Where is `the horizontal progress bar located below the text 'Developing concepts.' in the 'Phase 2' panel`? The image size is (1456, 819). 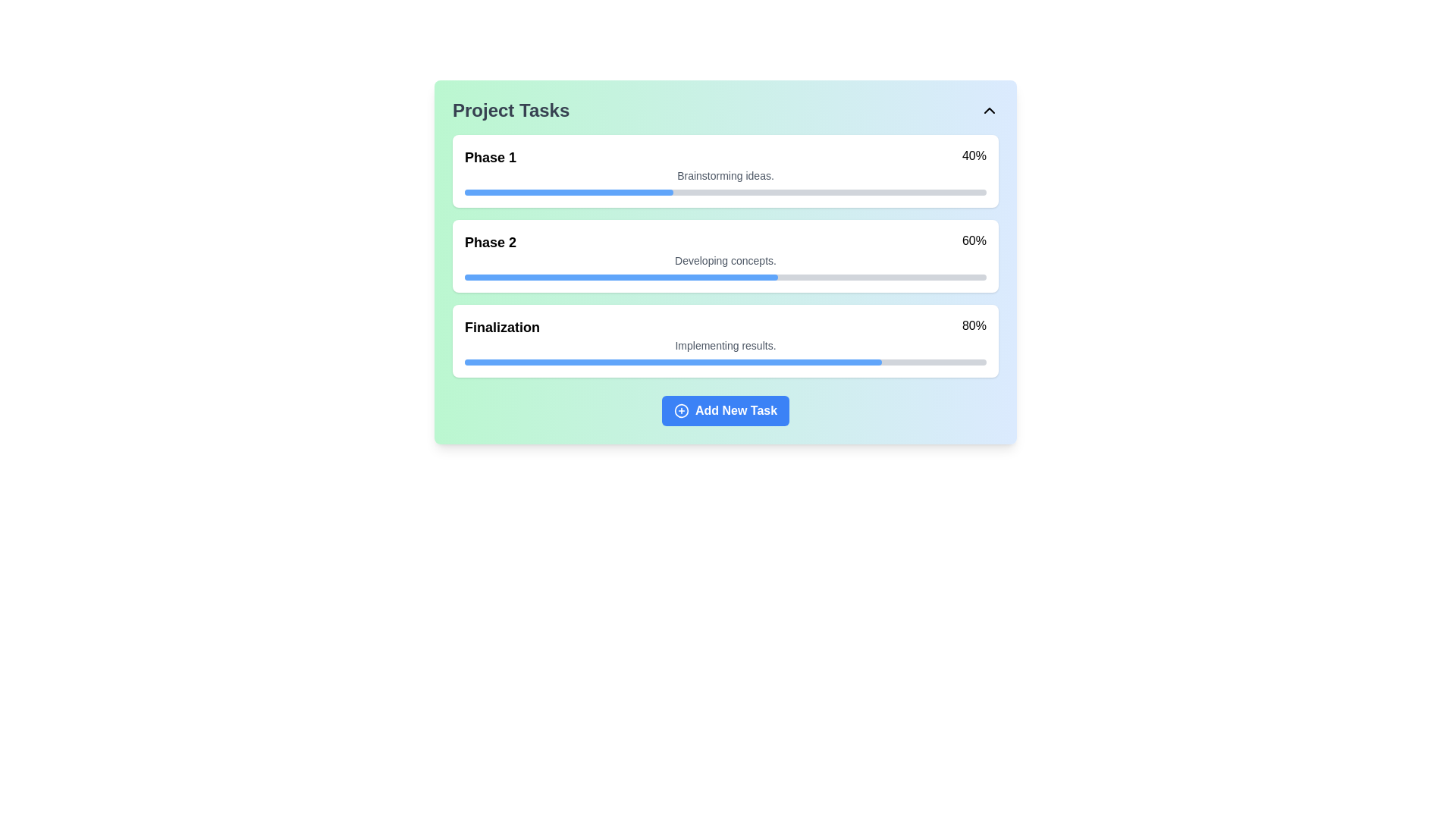
the horizontal progress bar located below the text 'Developing concepts.' in the 'Phase 2' panel is located at coordinates (724, 278).